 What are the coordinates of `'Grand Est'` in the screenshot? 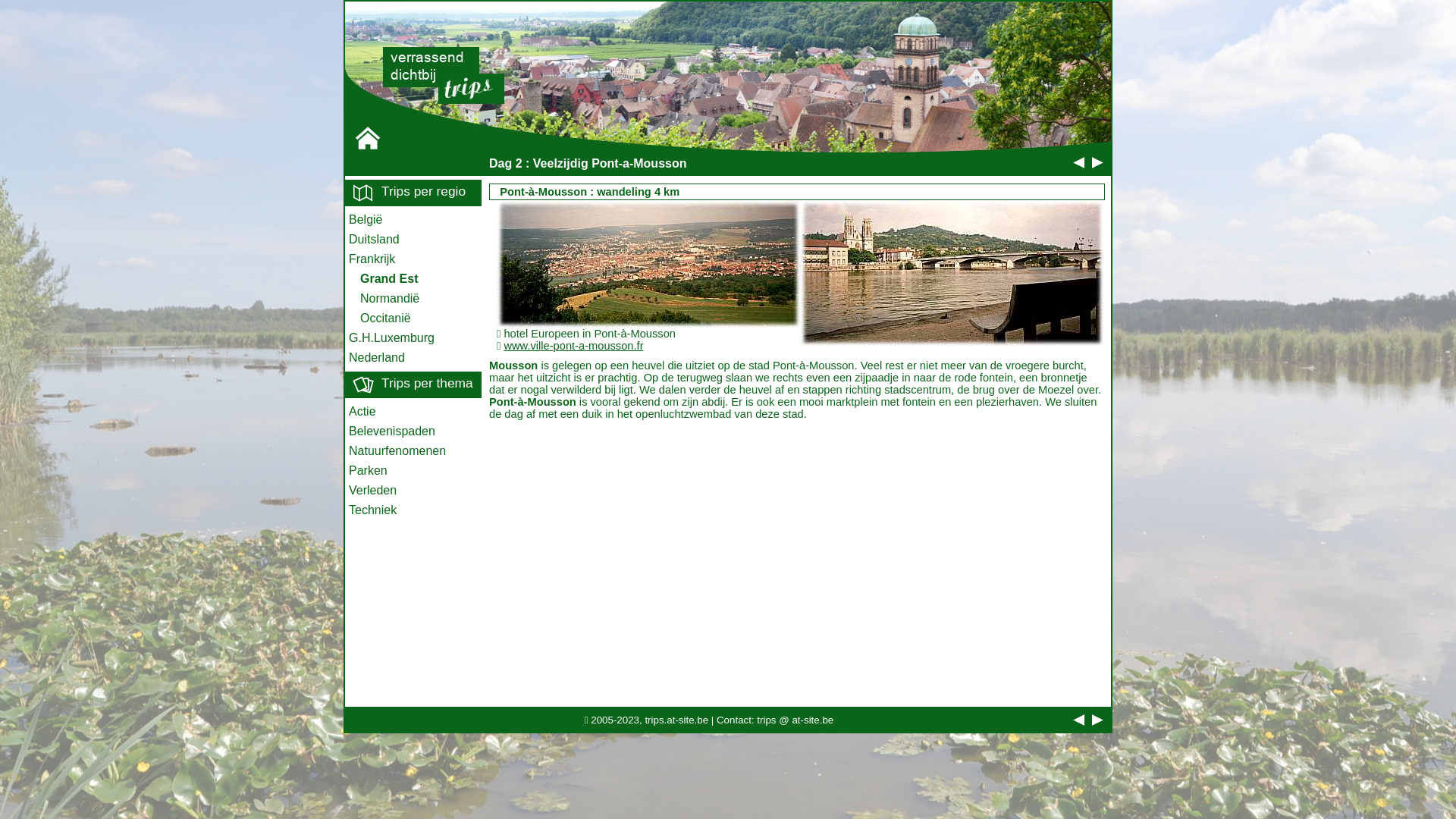 It's located at (413, 278).